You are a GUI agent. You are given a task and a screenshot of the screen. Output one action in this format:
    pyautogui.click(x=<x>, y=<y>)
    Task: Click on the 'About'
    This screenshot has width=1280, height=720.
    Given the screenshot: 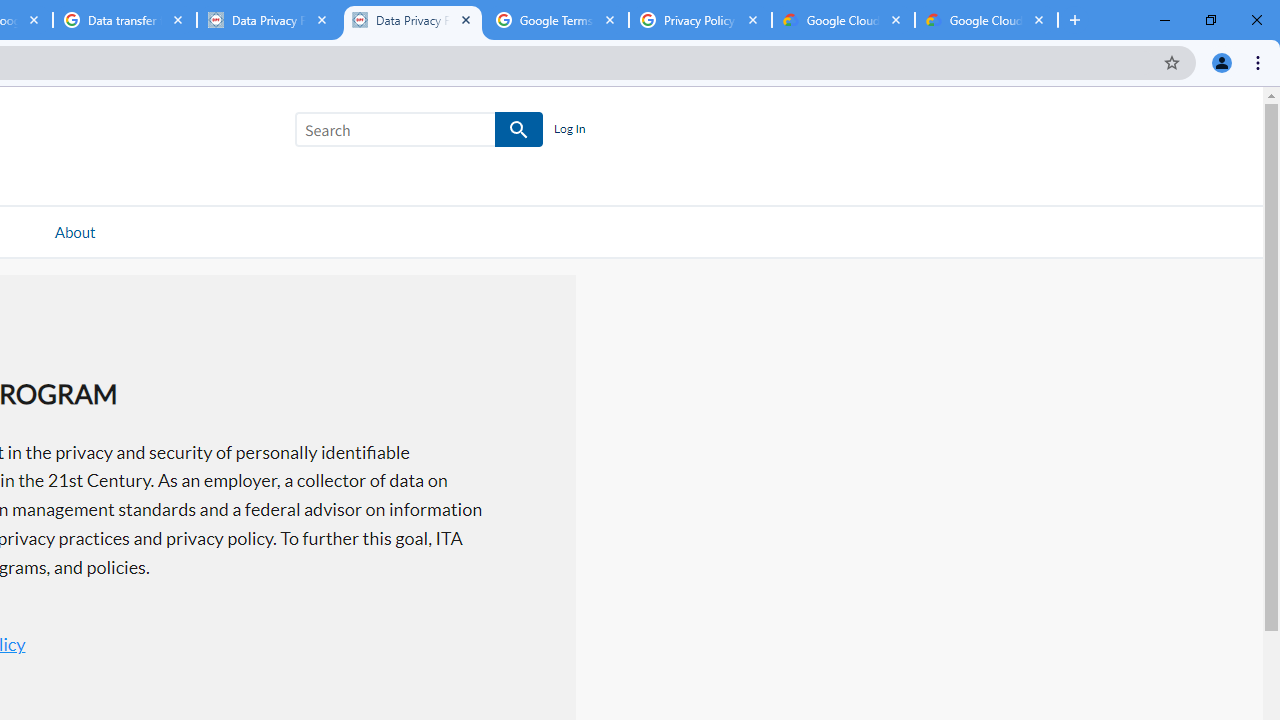 What is the action you would take?
    pyautogui.click(x=74, y=230)
    